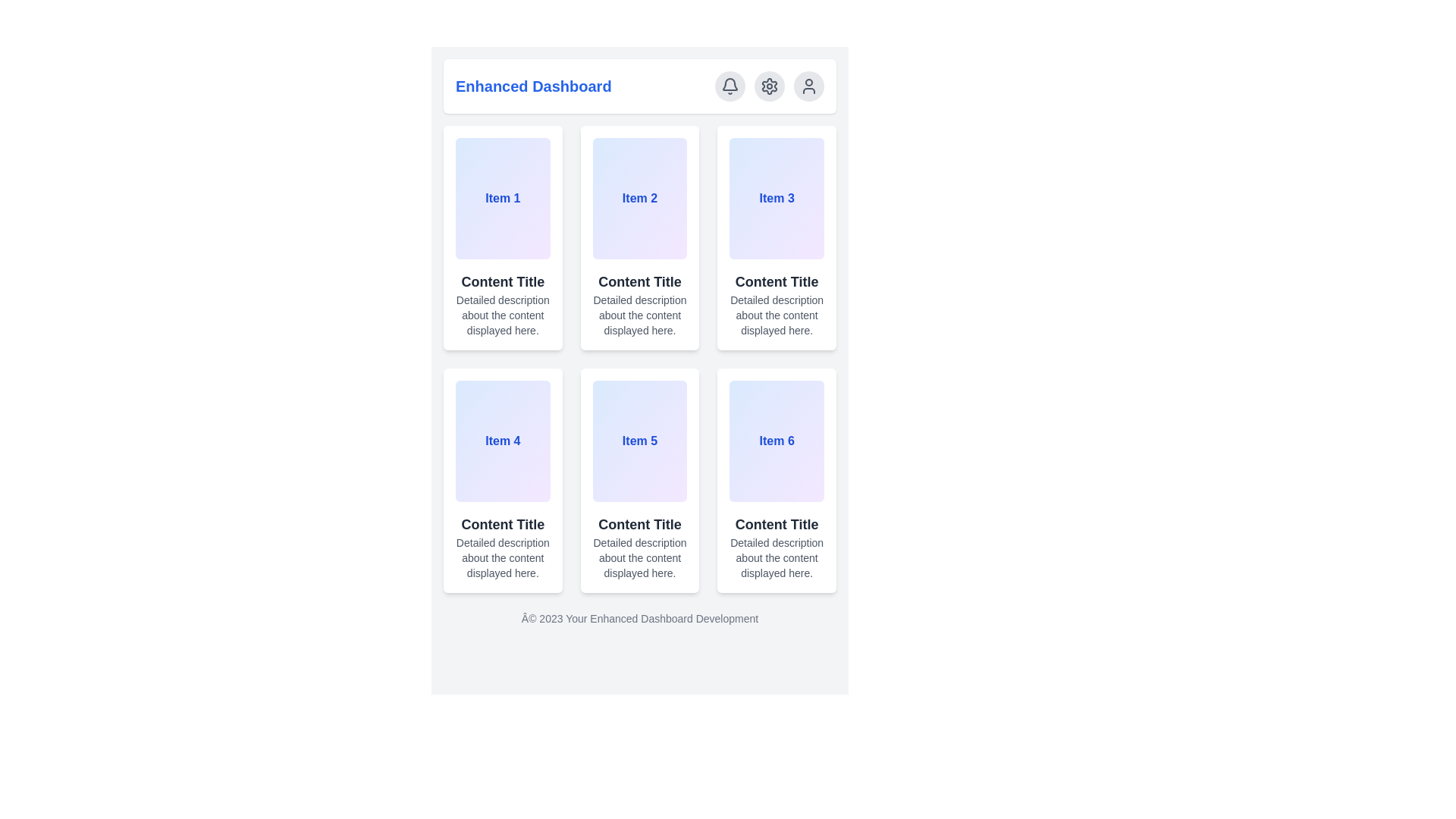 This screenshot has height=819, width=1456. I want to click on the text label that identifies the card as 'Item 4', located in the second row and first column of the grid, so click(503, 441).